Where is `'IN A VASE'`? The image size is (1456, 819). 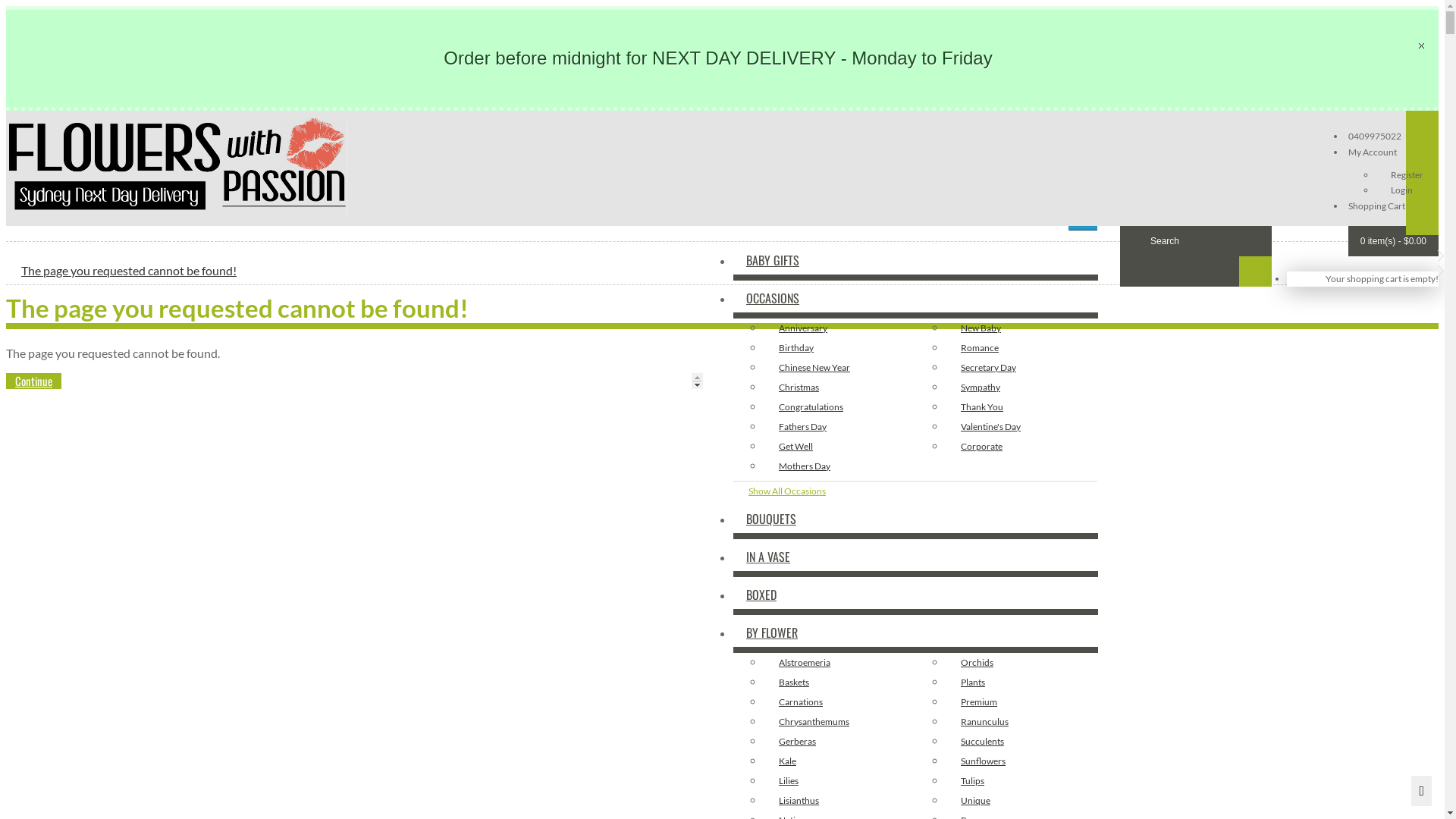
'IN A VASE' is located at coordinates (733, 557).